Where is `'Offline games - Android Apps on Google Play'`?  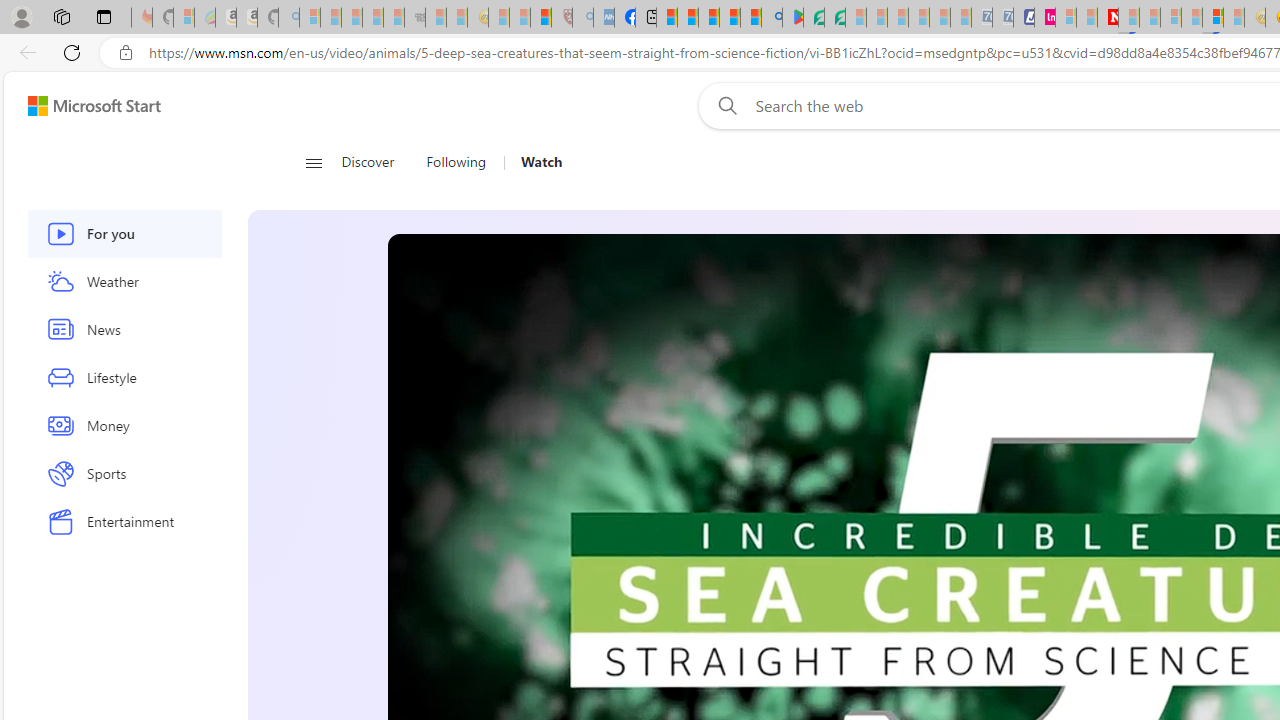 'Offline games - Android Apps on Google Play' is located at coordinates (791, 17).